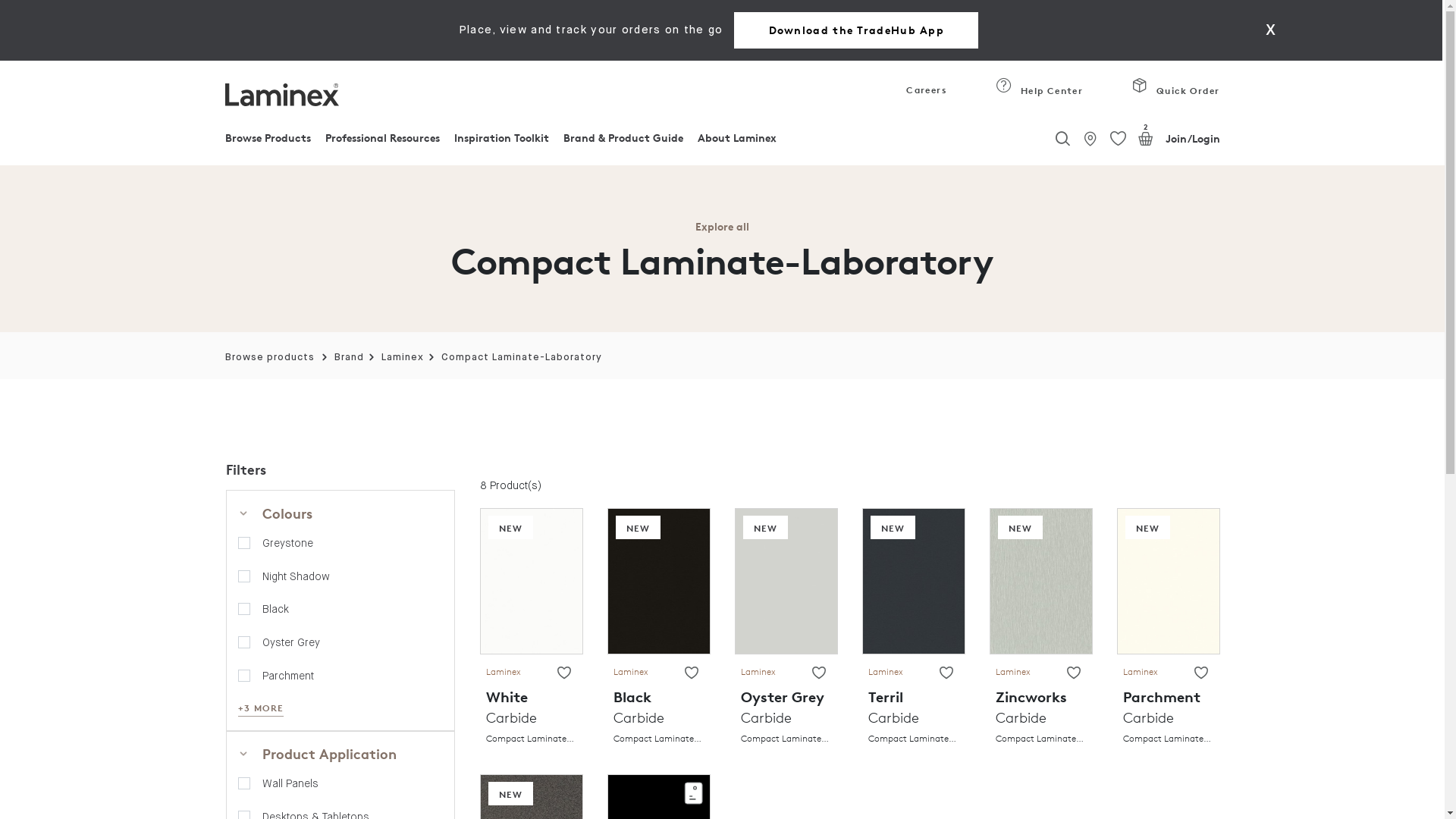  Describe the element at coordinates (281, 94) in the screenshot. I see `'Laminex logo'` at that location.